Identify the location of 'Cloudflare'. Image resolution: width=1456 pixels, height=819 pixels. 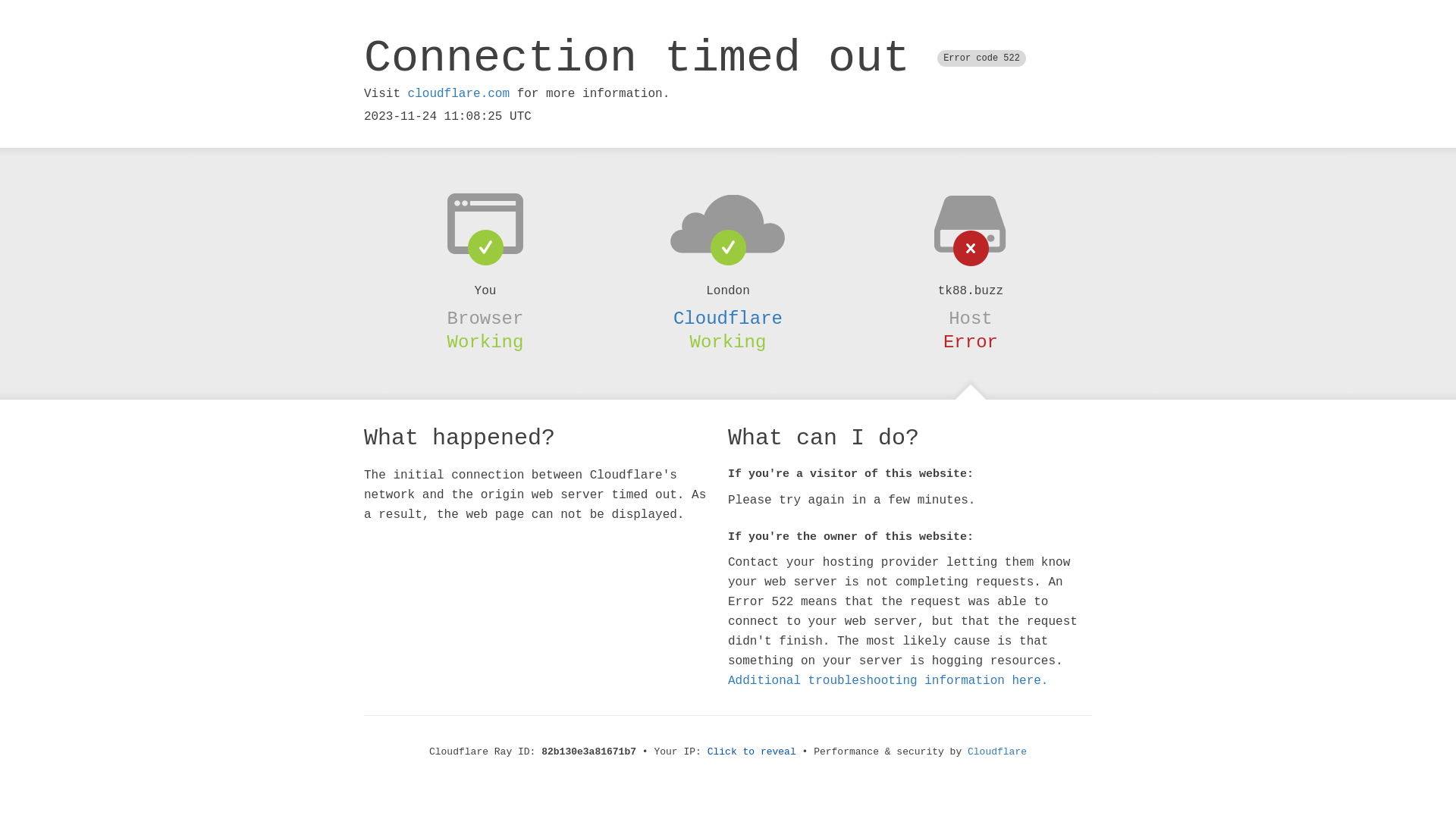
(728, 318).